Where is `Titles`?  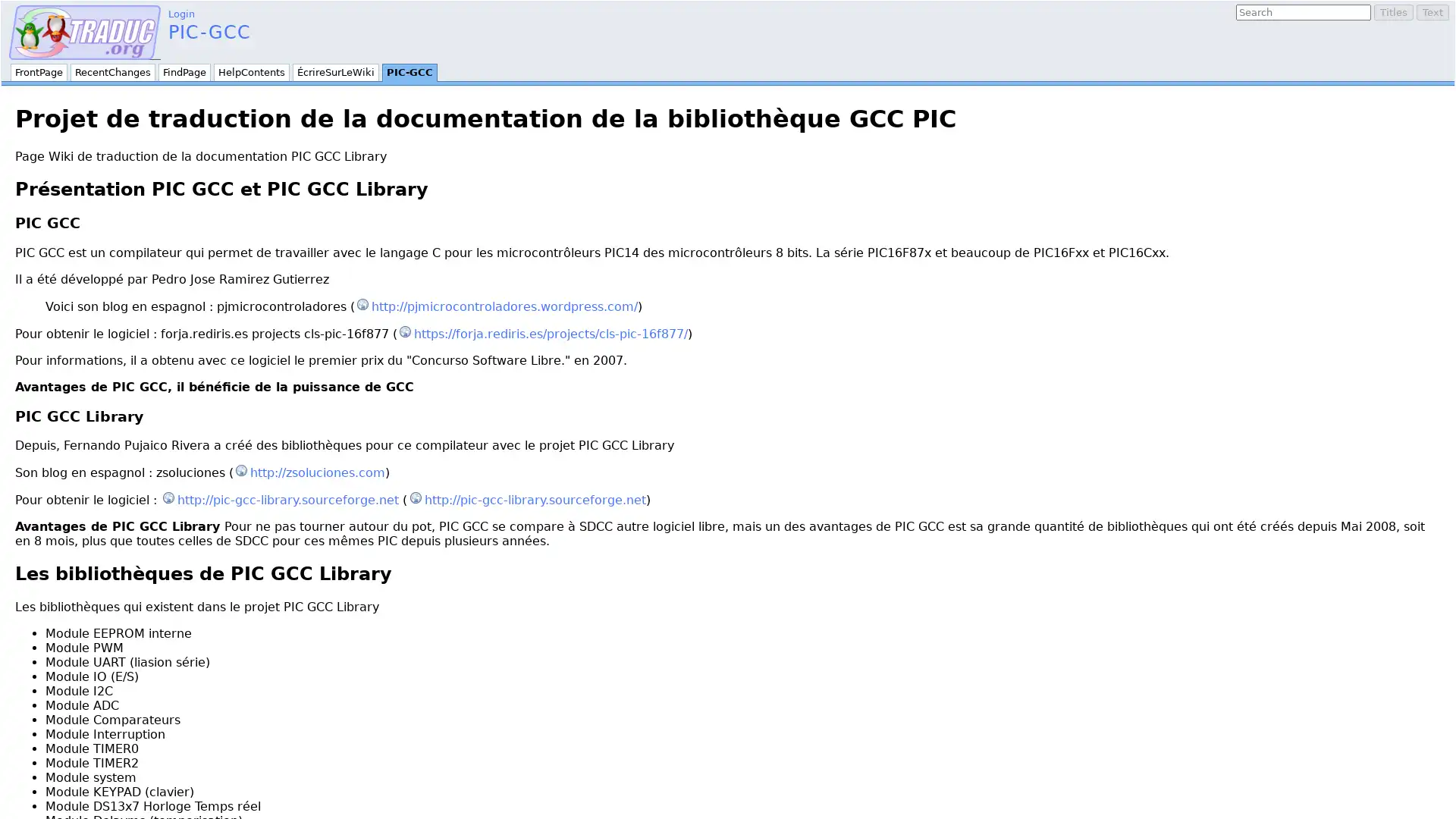
Titles is located at coordinates (1394, 12).